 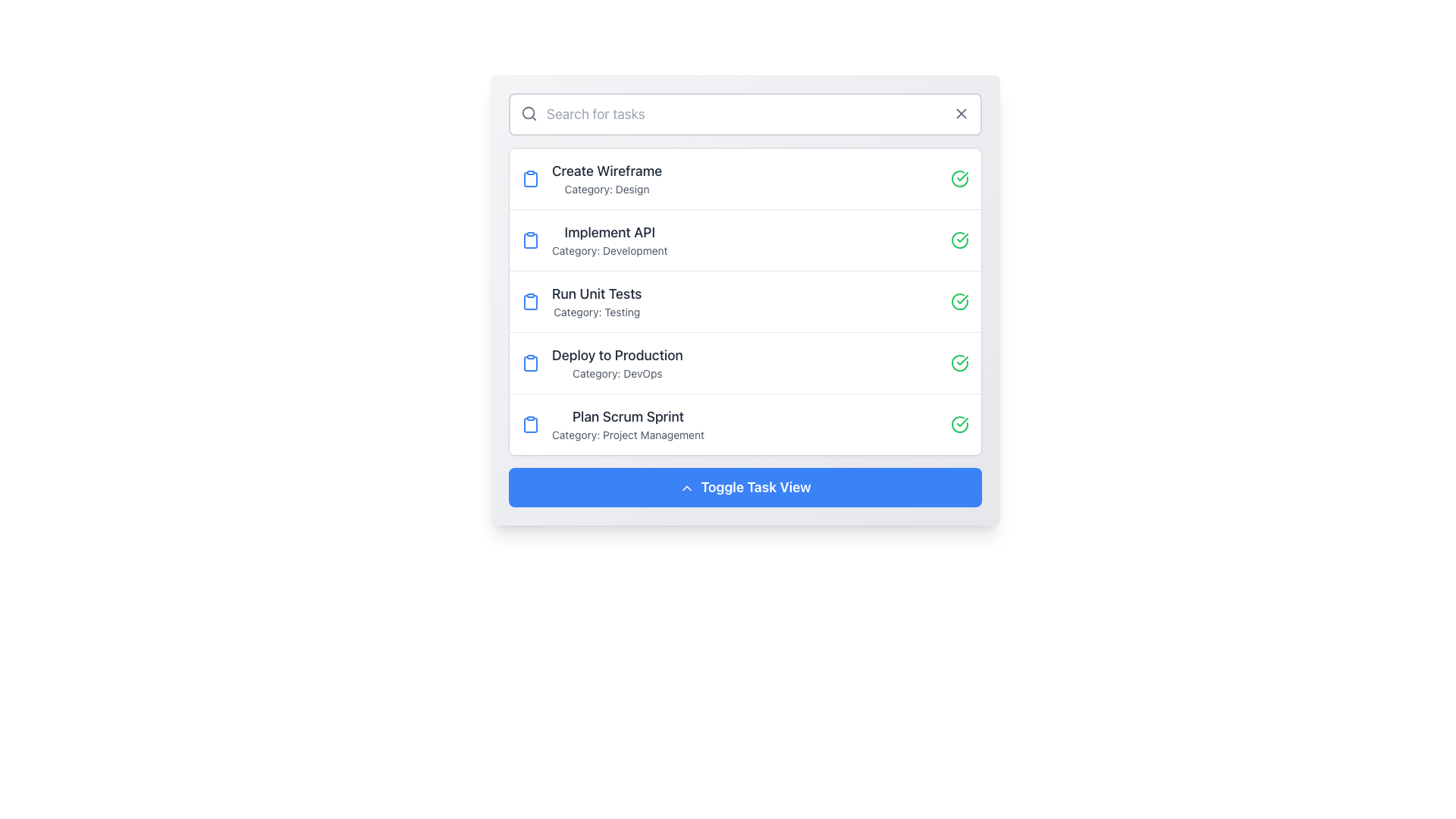 I want to click on text content of the Text label indicating the category of the task 'Implement API', which is positioned directly below the title 'Implement API', so click(x=610, y=250).